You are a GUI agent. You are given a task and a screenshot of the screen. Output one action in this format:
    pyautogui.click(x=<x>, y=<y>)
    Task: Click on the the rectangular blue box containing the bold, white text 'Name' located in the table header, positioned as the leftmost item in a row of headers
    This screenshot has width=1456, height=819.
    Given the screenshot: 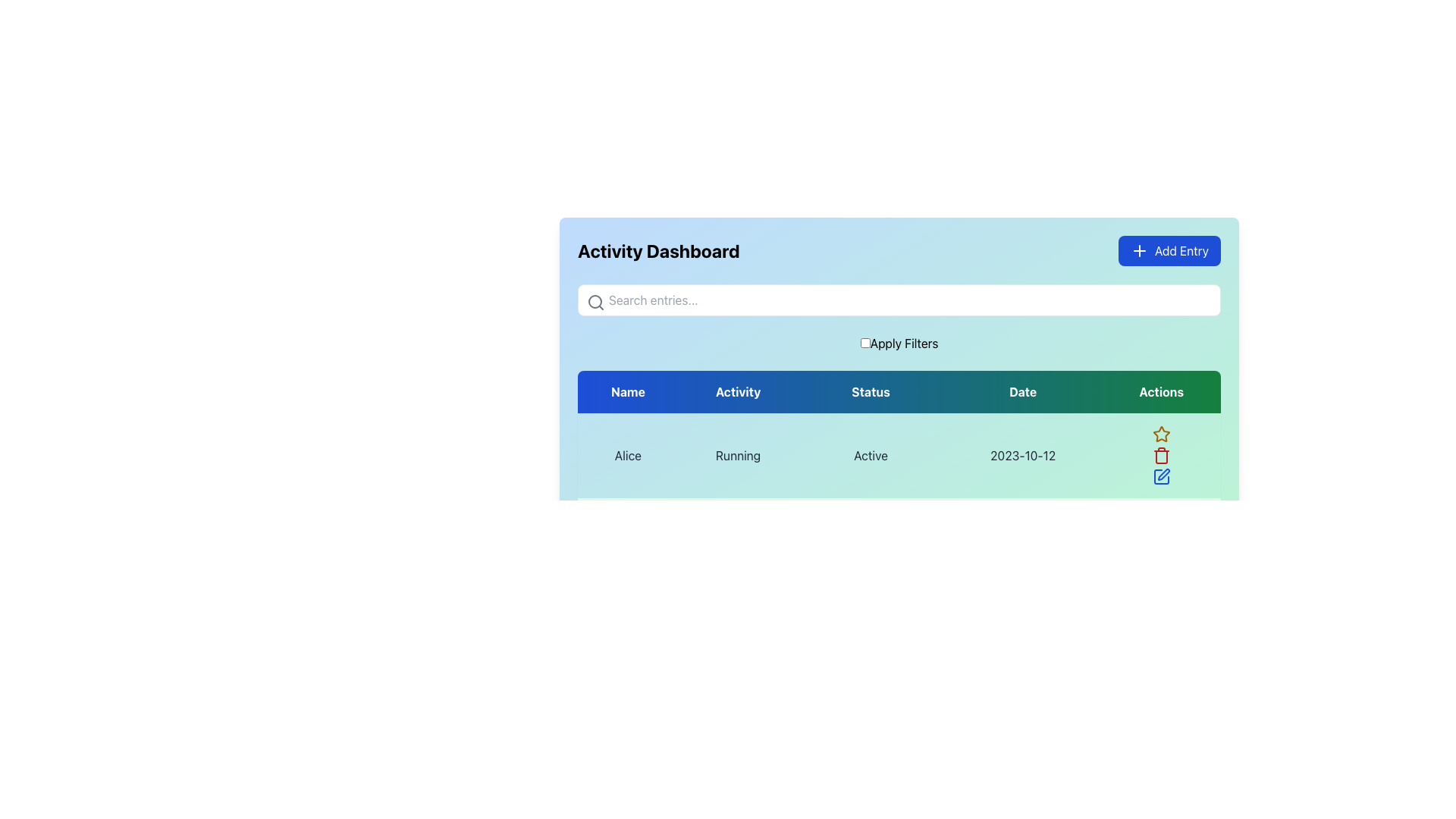 What is the action you would take?
    pyautogui.click(x=628, y=391)
    